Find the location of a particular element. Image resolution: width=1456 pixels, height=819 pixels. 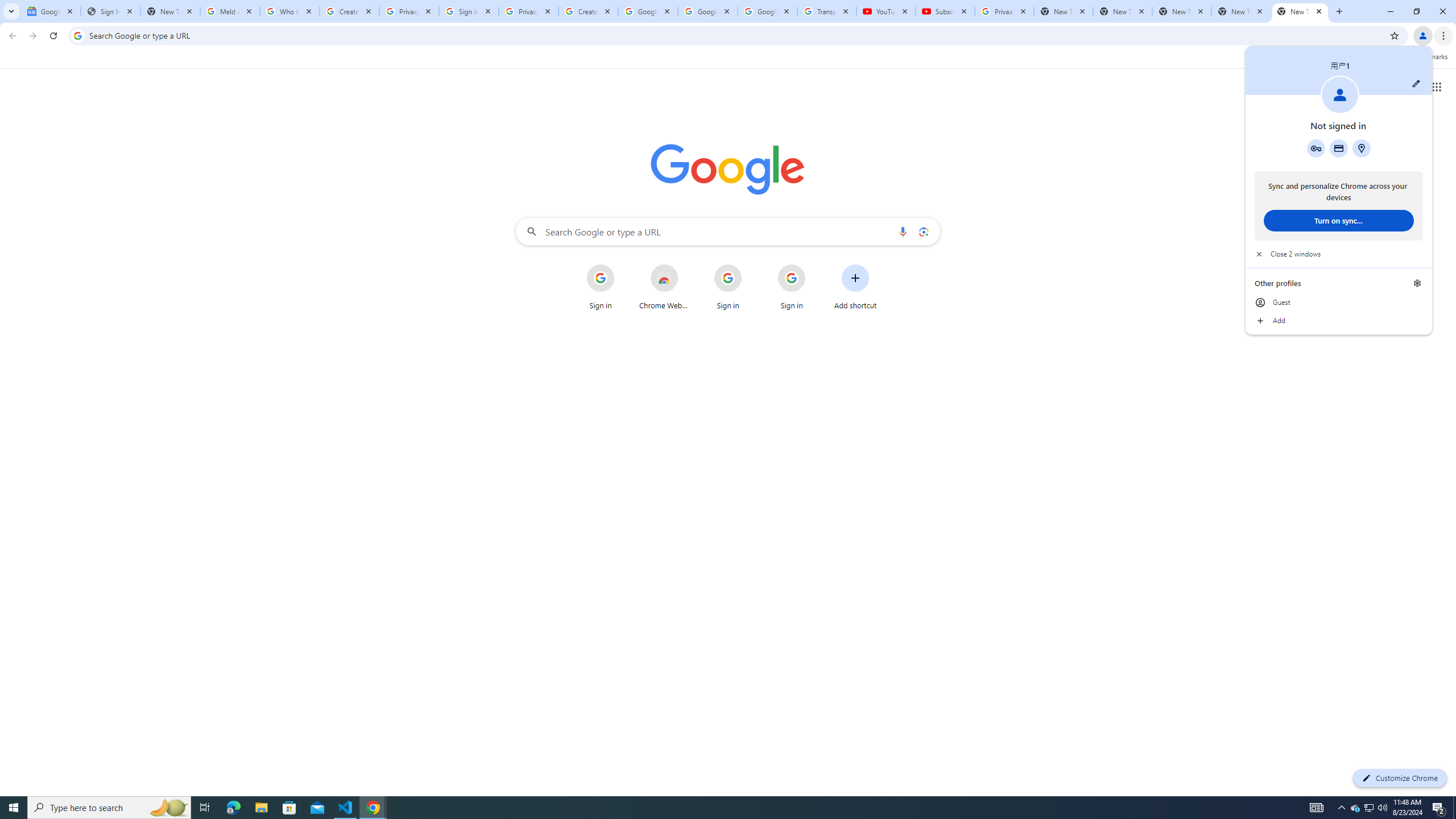

'Show desktop' is located at coordinates (1454, 806).